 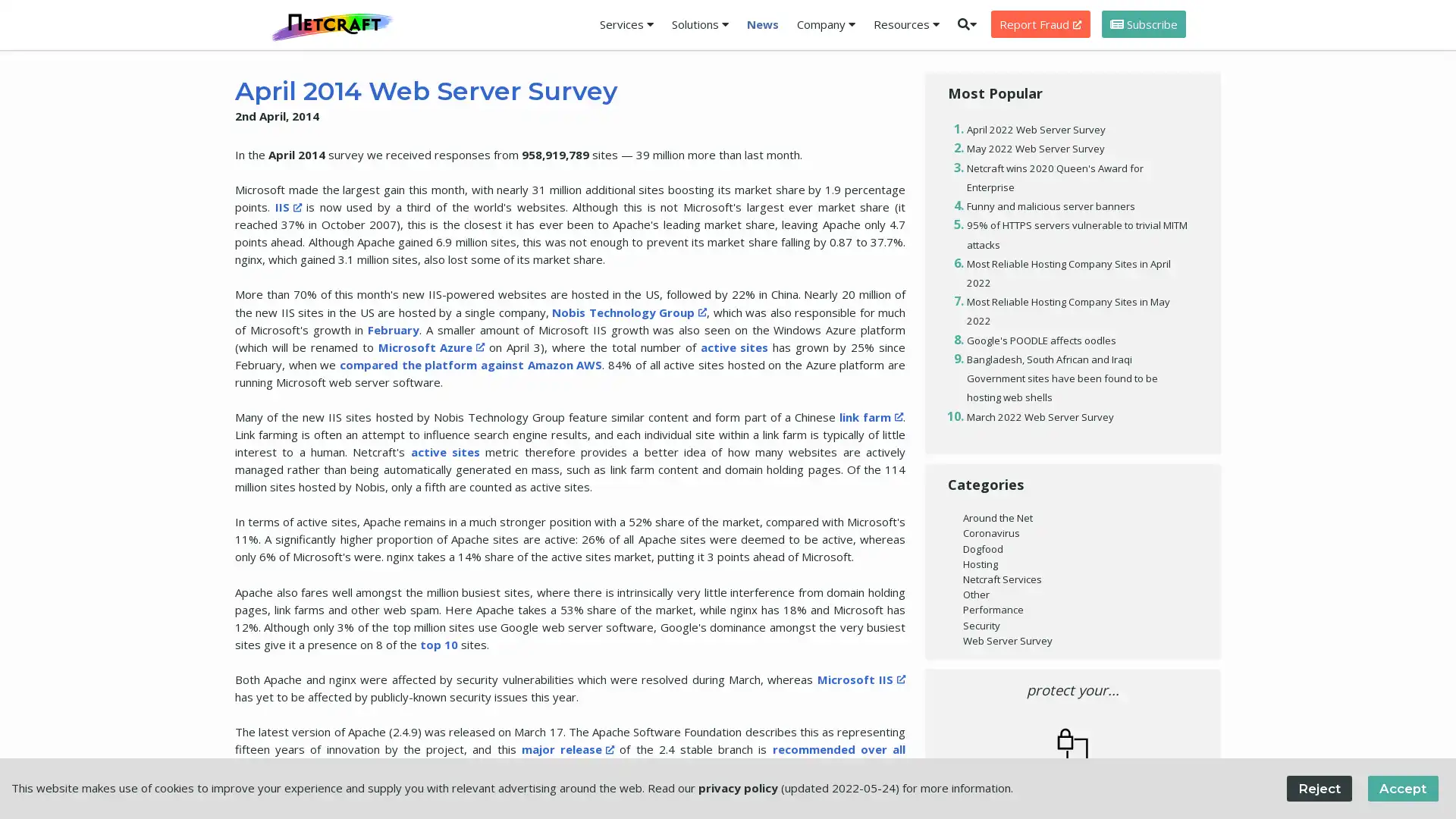 I want to click on Accept, so click(x=1401, y=787).